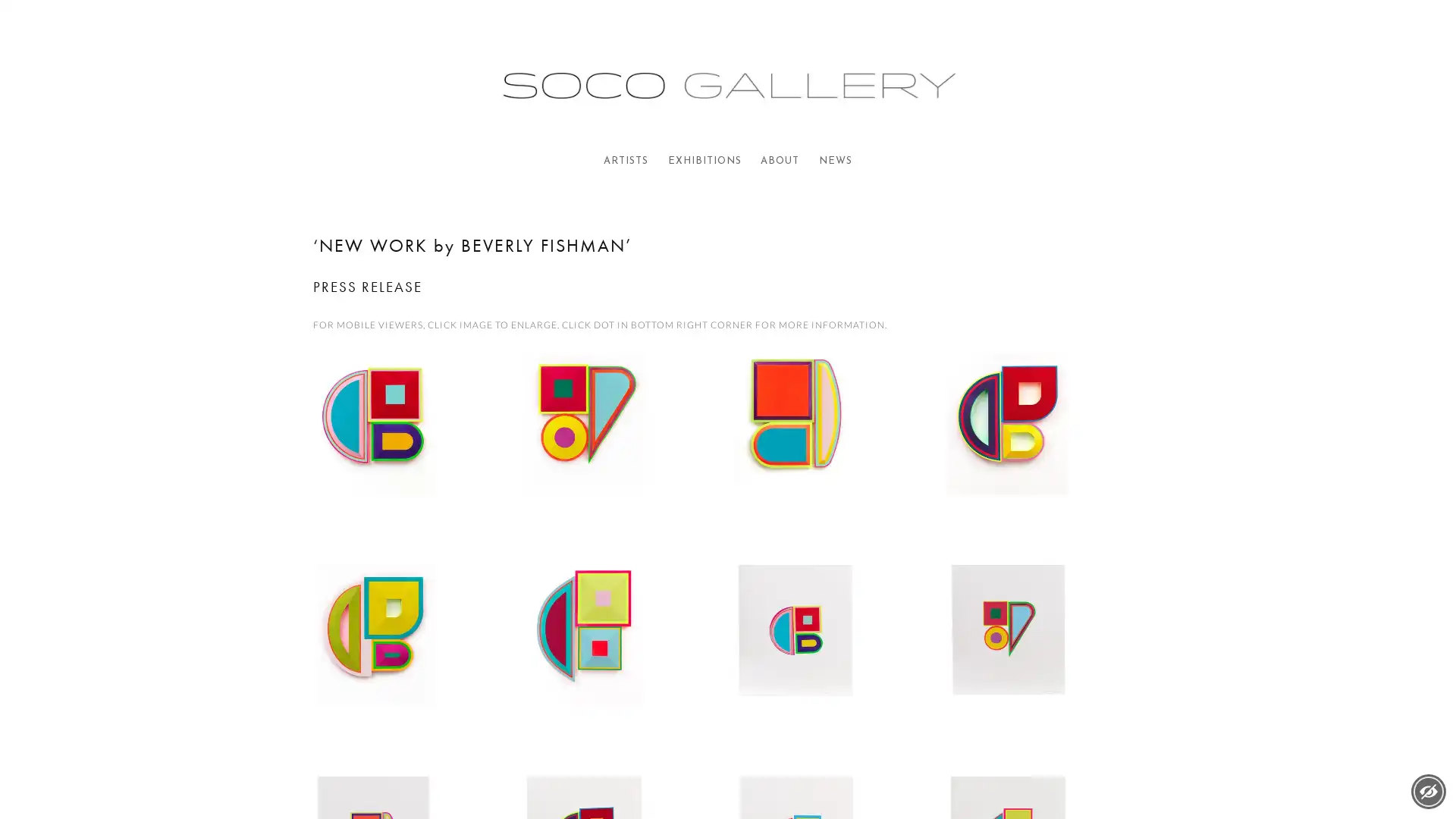  Describe the element at coordinates (1427, 791) in the screenshot. I see `Accessibility Menu` at that location.